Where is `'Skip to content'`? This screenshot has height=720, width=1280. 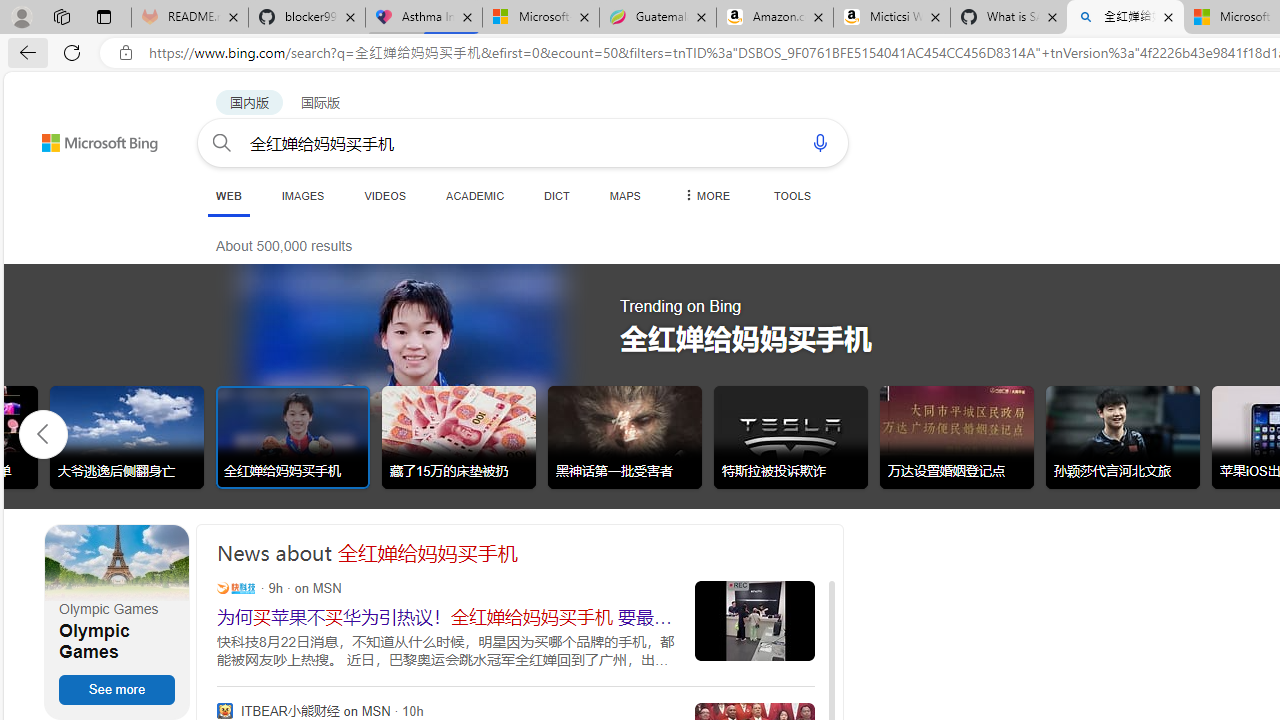
'Skip to content' is located at coordinates (64, 133).